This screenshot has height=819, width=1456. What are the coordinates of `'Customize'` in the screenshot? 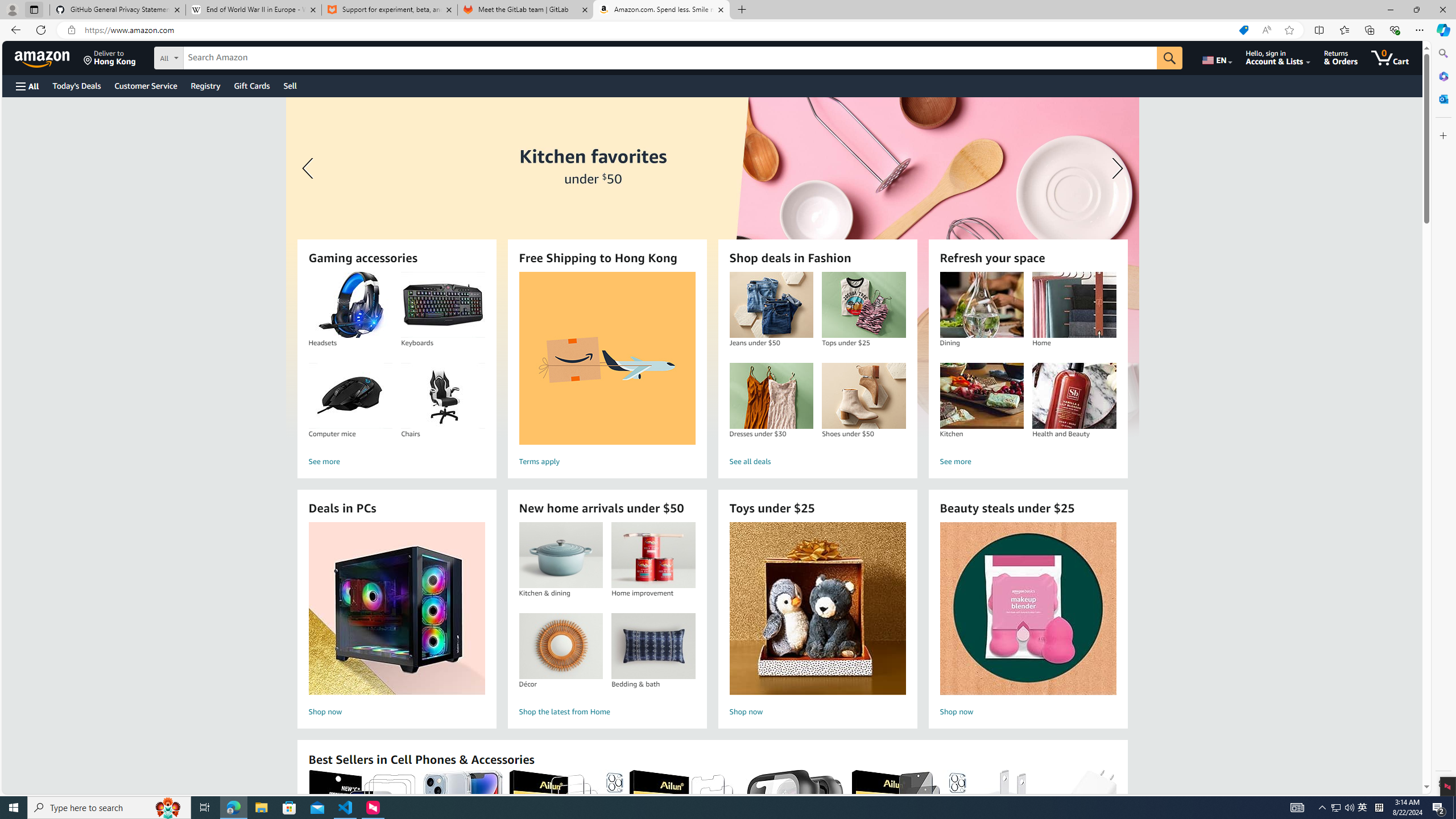 It's located at (1442, 135).